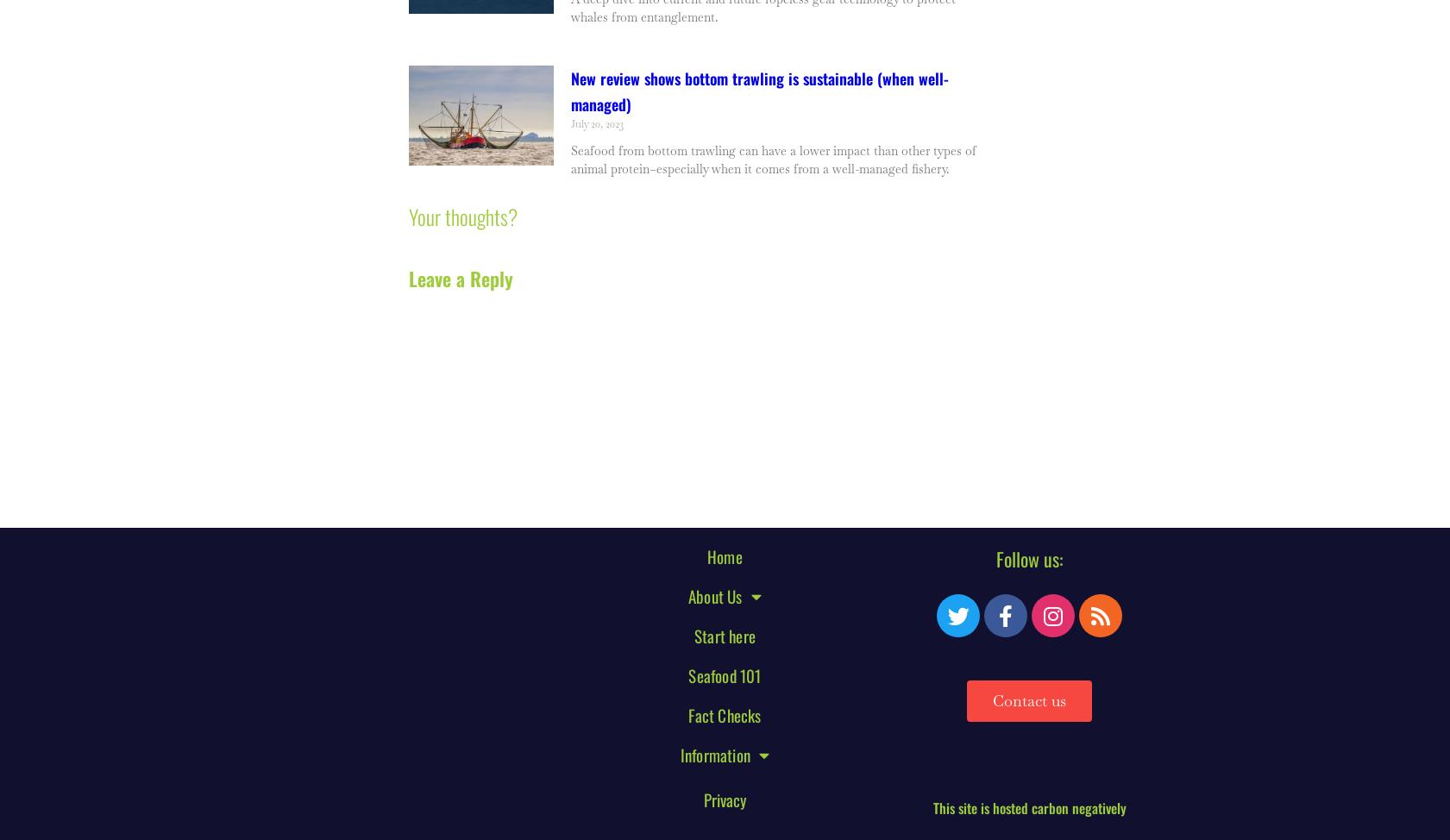 The height and width of the screenshot is (840, 1450). I want to click on 'Start here', so click(723, 635).